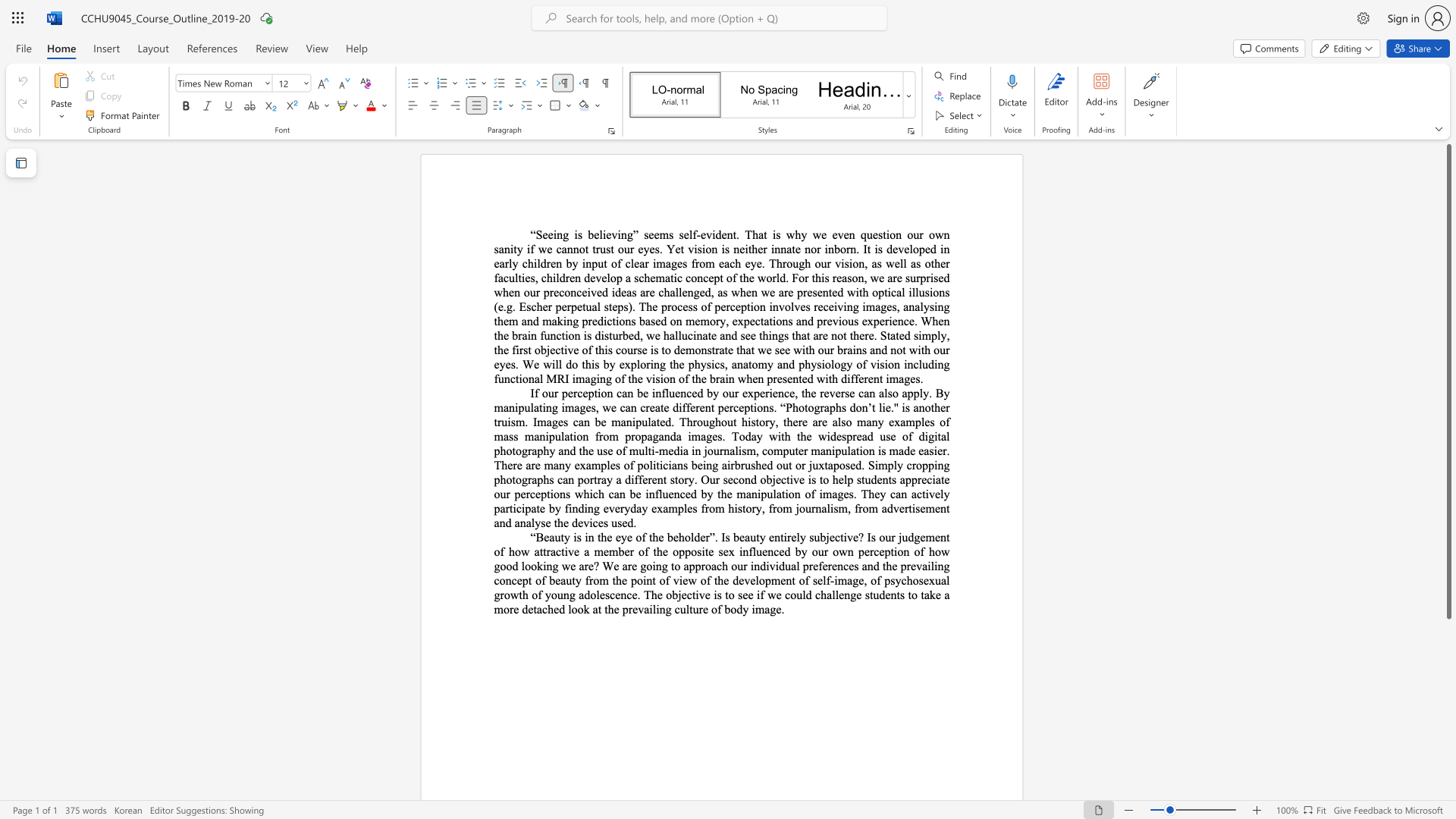  I want to click on the scrollbar on the side, so click(1448, 788).